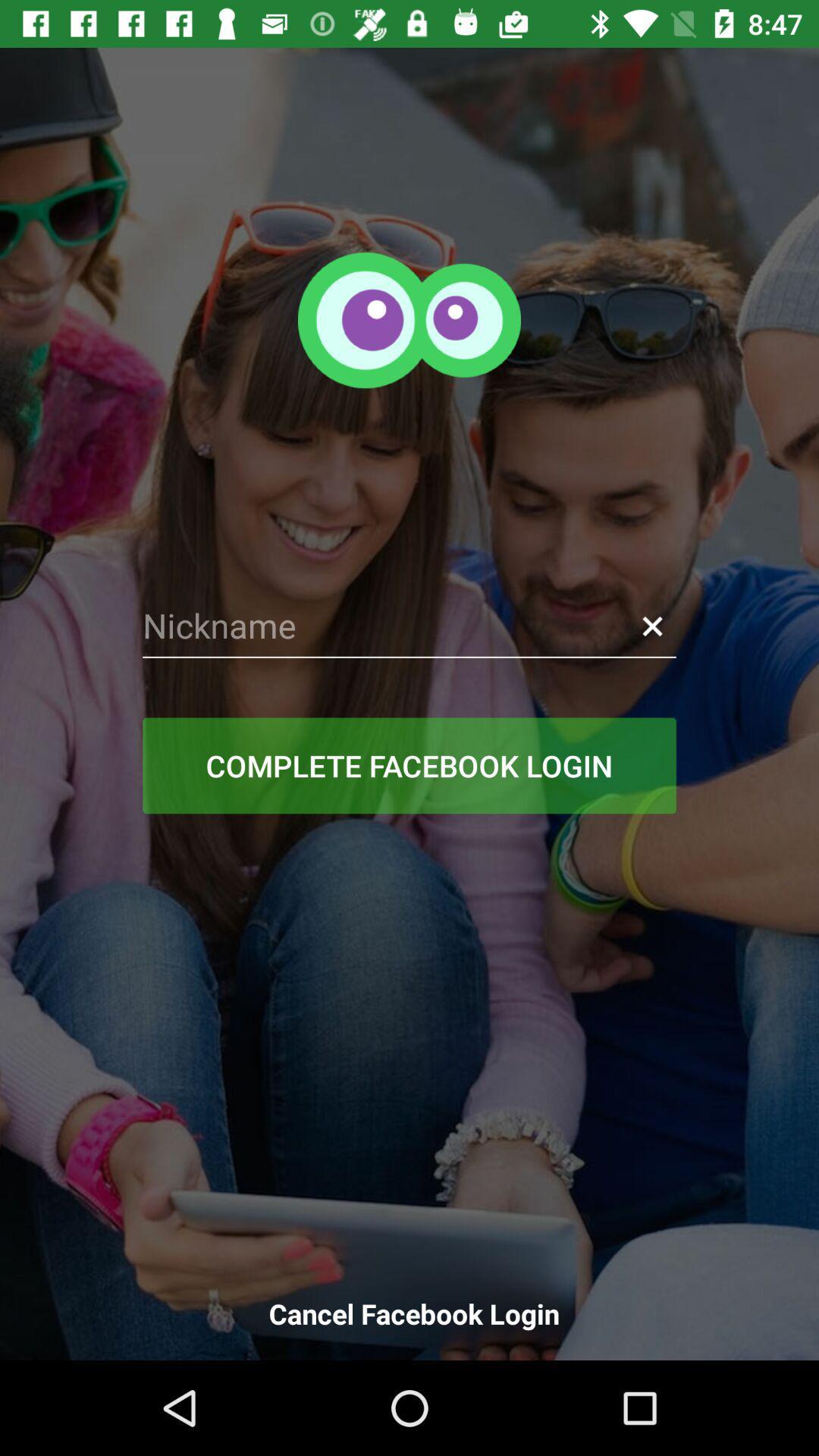  What do you see at coordinates (651, 626) in the screenshot?
I see `delete name` at bounding box center [651, 626].